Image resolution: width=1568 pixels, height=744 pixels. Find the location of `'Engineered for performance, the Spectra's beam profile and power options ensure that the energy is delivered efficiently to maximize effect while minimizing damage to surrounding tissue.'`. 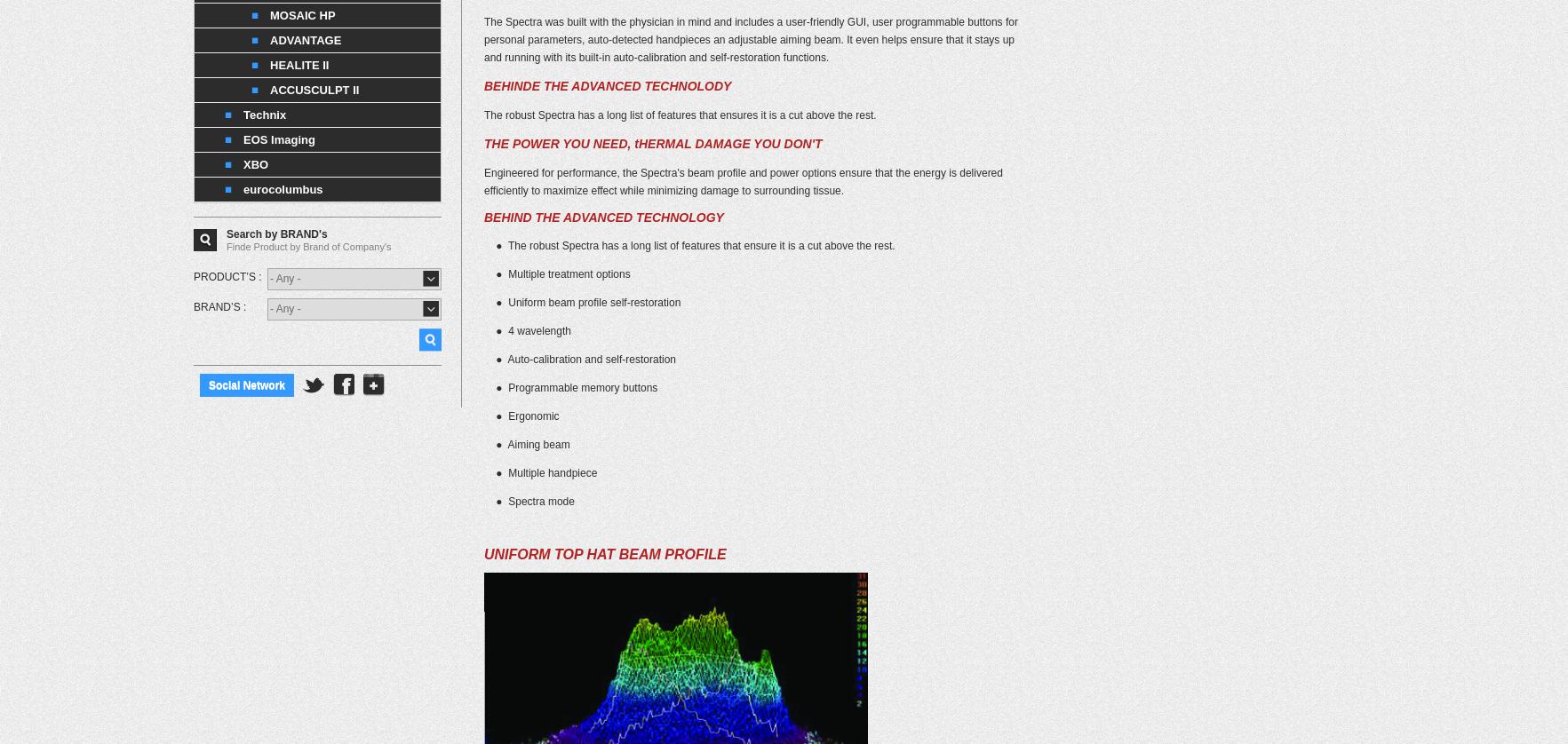

'Engineered for performance, the Spectra's beam profile and power options ensure that the energy is delivered efficiently to maximize effect while minimizing damage to surrounding tissue.' is located at coordinates (742, 181).